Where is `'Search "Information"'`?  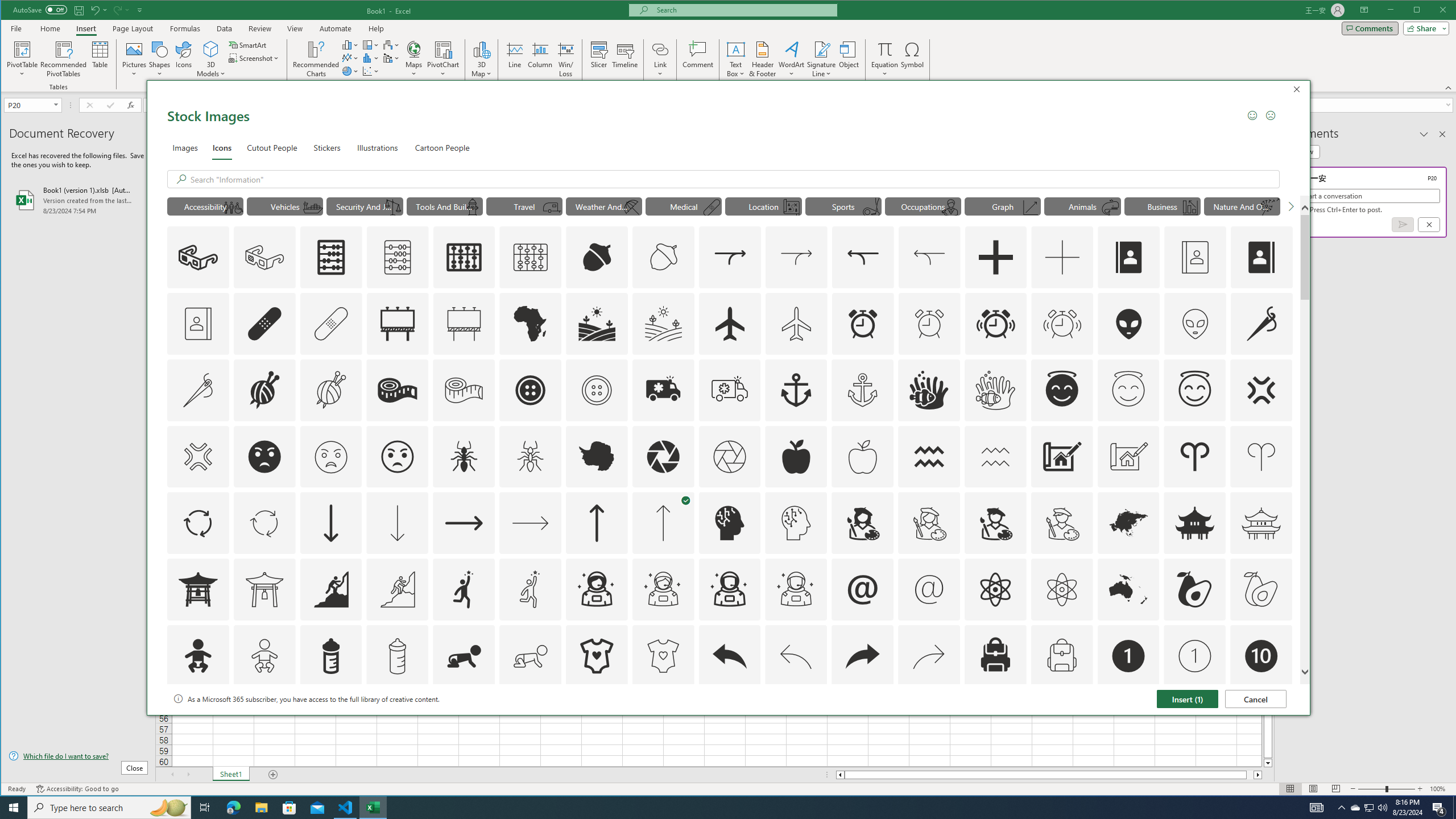
'Search "Information"' is located at coordinates (732, 179).